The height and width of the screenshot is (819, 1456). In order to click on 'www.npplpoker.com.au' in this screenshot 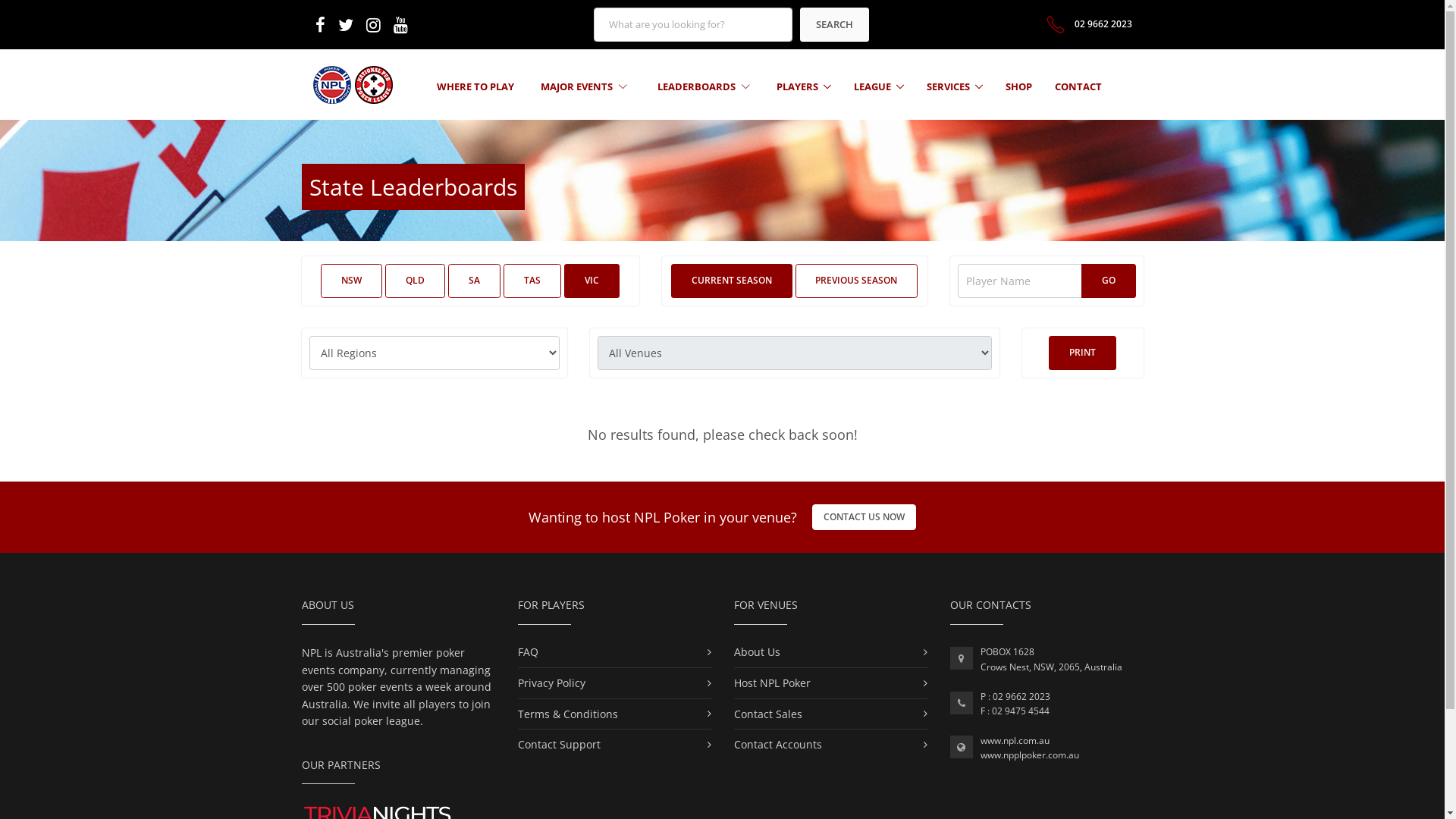, I will do `click(1029, 755)`.